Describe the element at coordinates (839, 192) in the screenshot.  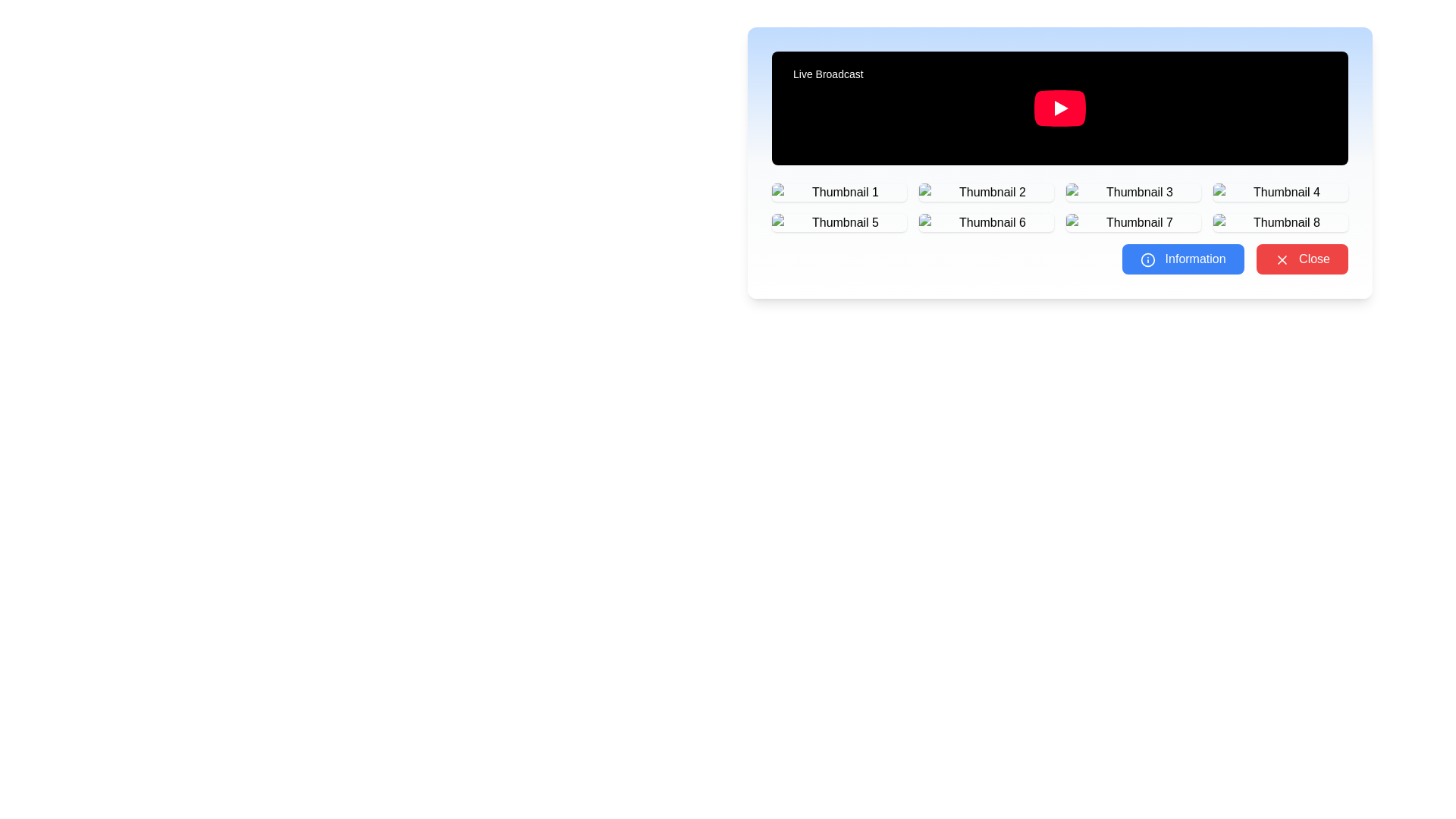
I see `the first thumbnail button in the 4x2 grid layout located under 'Live Broadcast'` at that location.